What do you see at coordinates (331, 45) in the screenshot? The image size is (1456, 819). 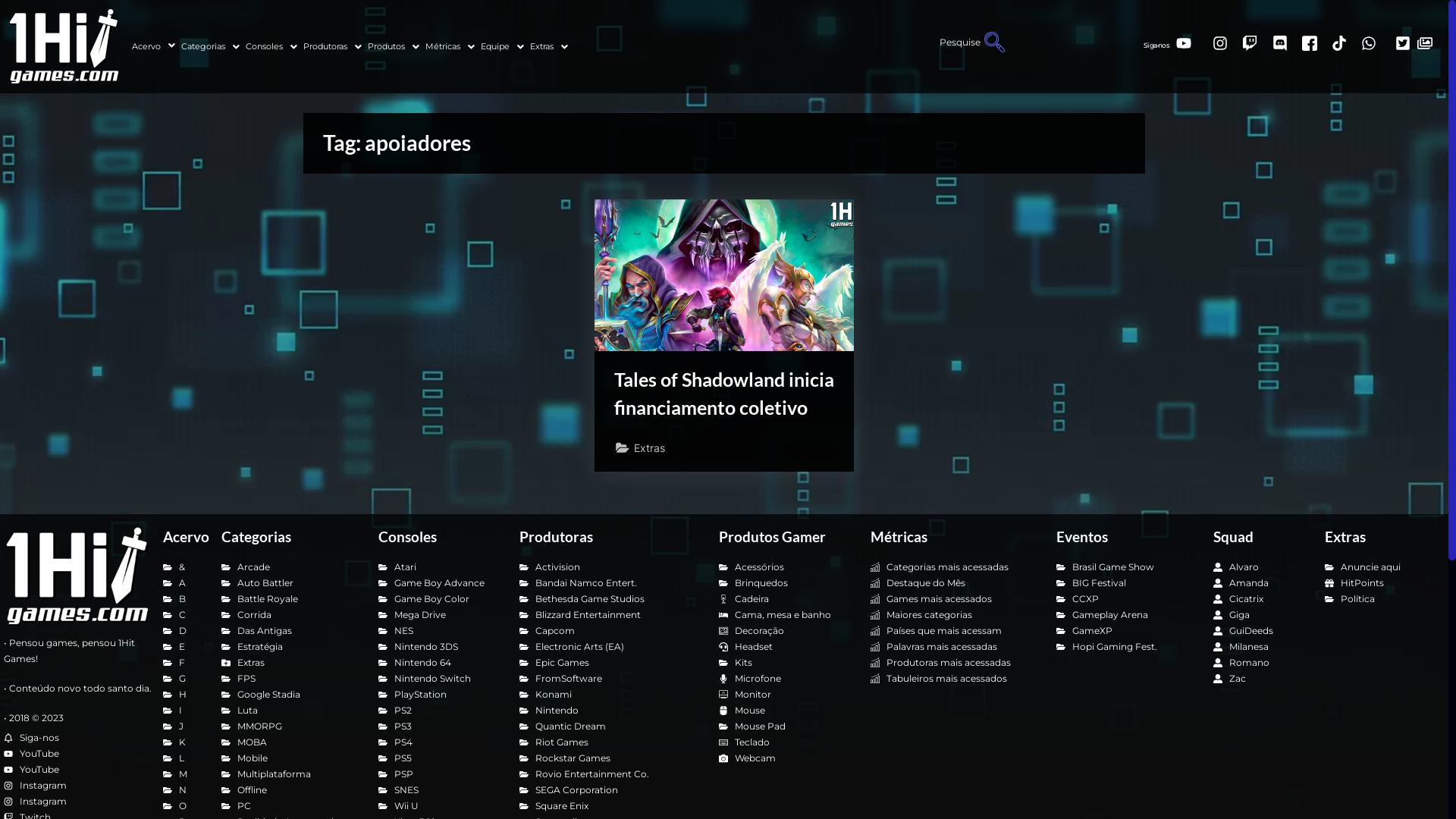 I see `'Produtoras'` at bounding box center [331, 45].